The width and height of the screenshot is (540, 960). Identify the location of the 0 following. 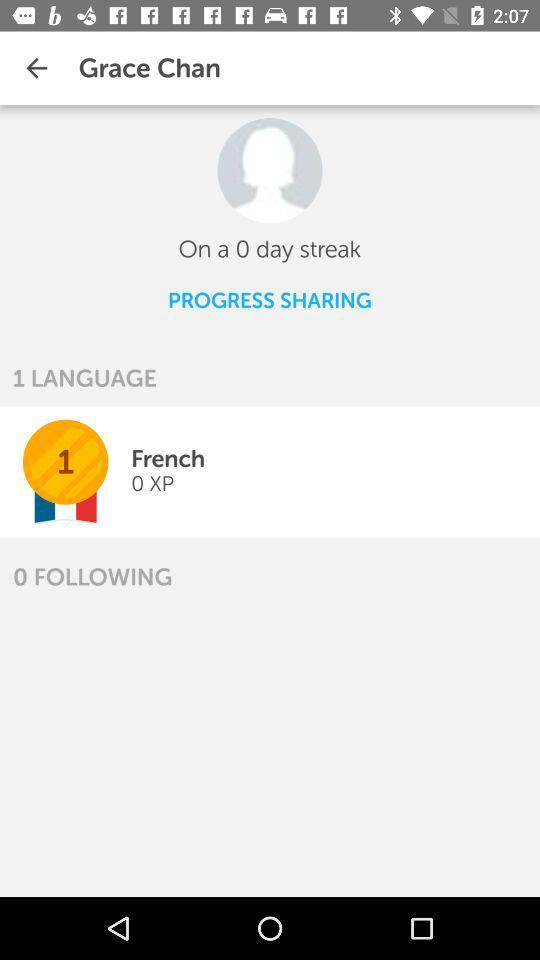
(91, 577).